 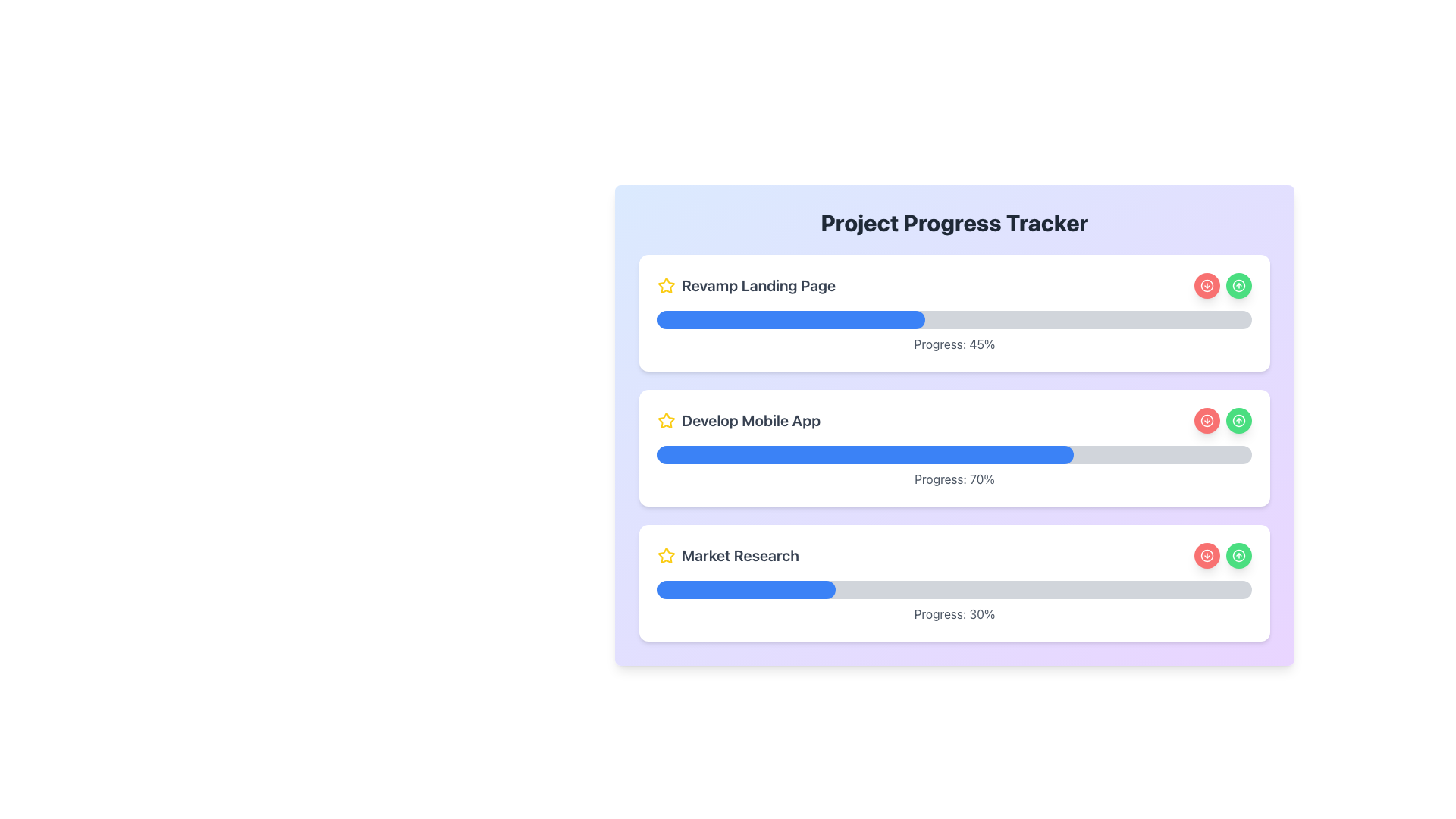 I want to click on the text label that reads 'Progress: 70%' styled in gray, located below the blue progress bar within the white card labeled 'Develop Mobile App', so click(x=953, y=479).